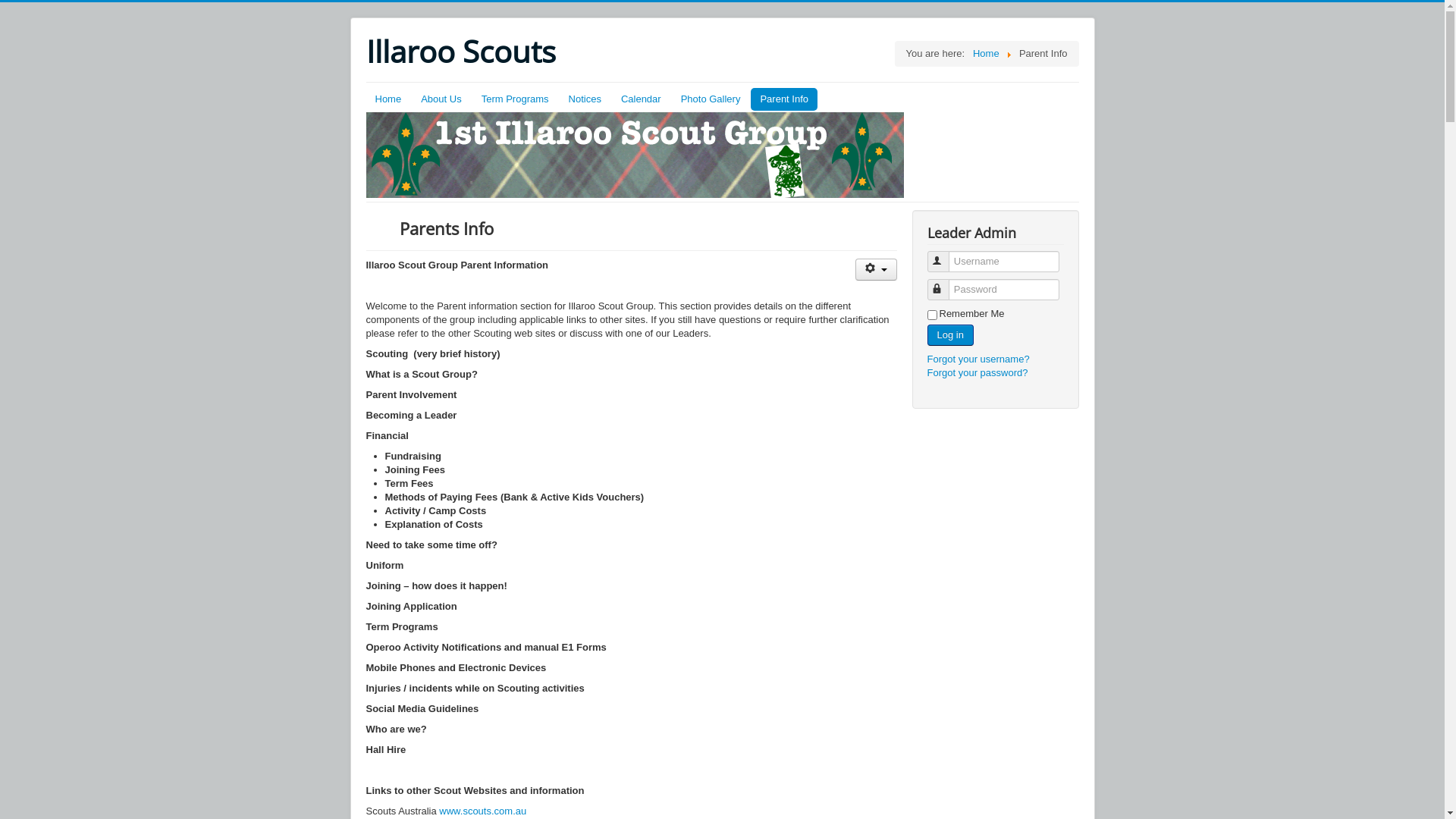  Describe the element at coordinates (641, 99) in the screenshot. I see `'Calendar'` at that location.